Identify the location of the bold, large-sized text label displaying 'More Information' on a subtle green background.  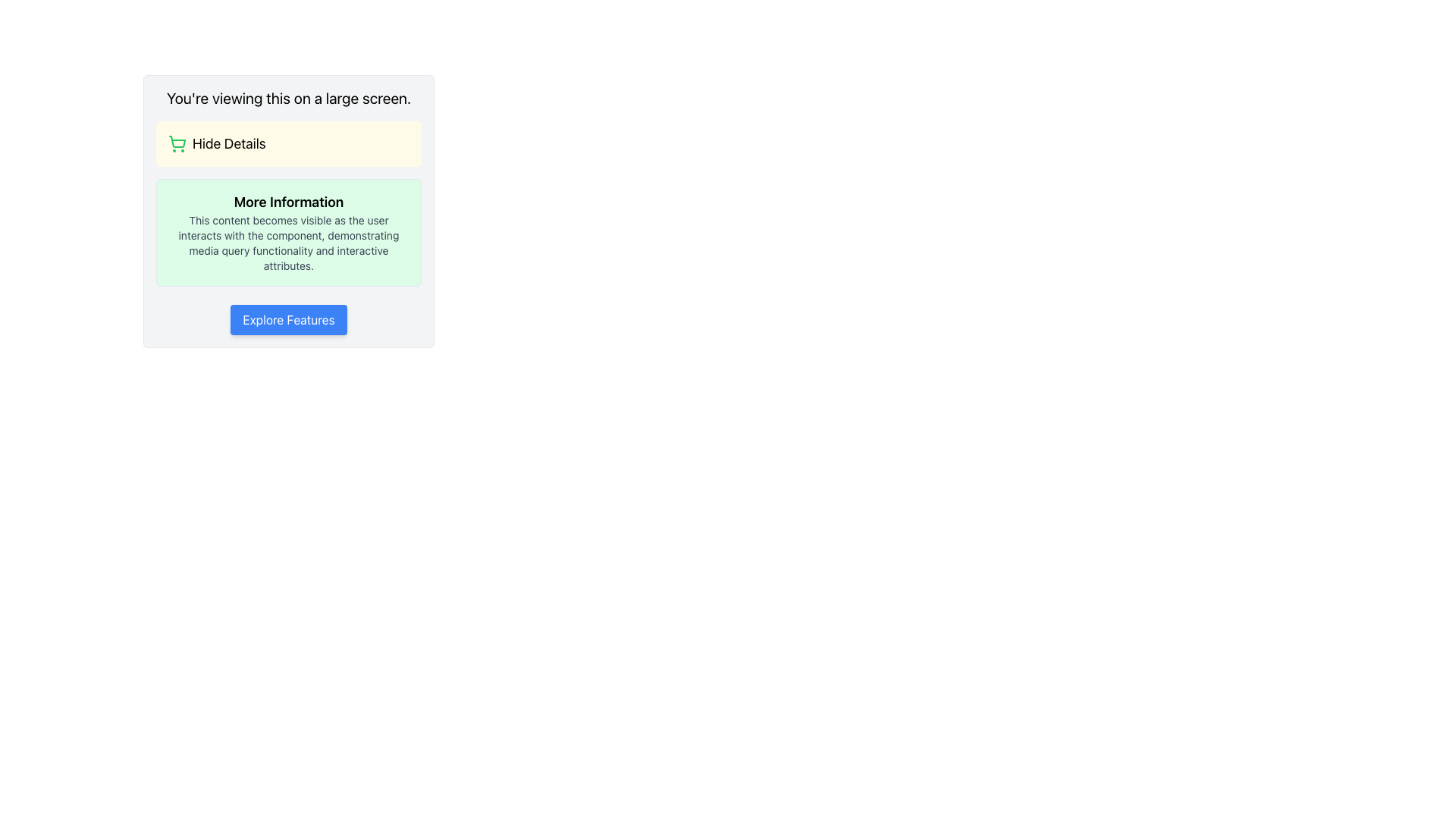
(288, 201).